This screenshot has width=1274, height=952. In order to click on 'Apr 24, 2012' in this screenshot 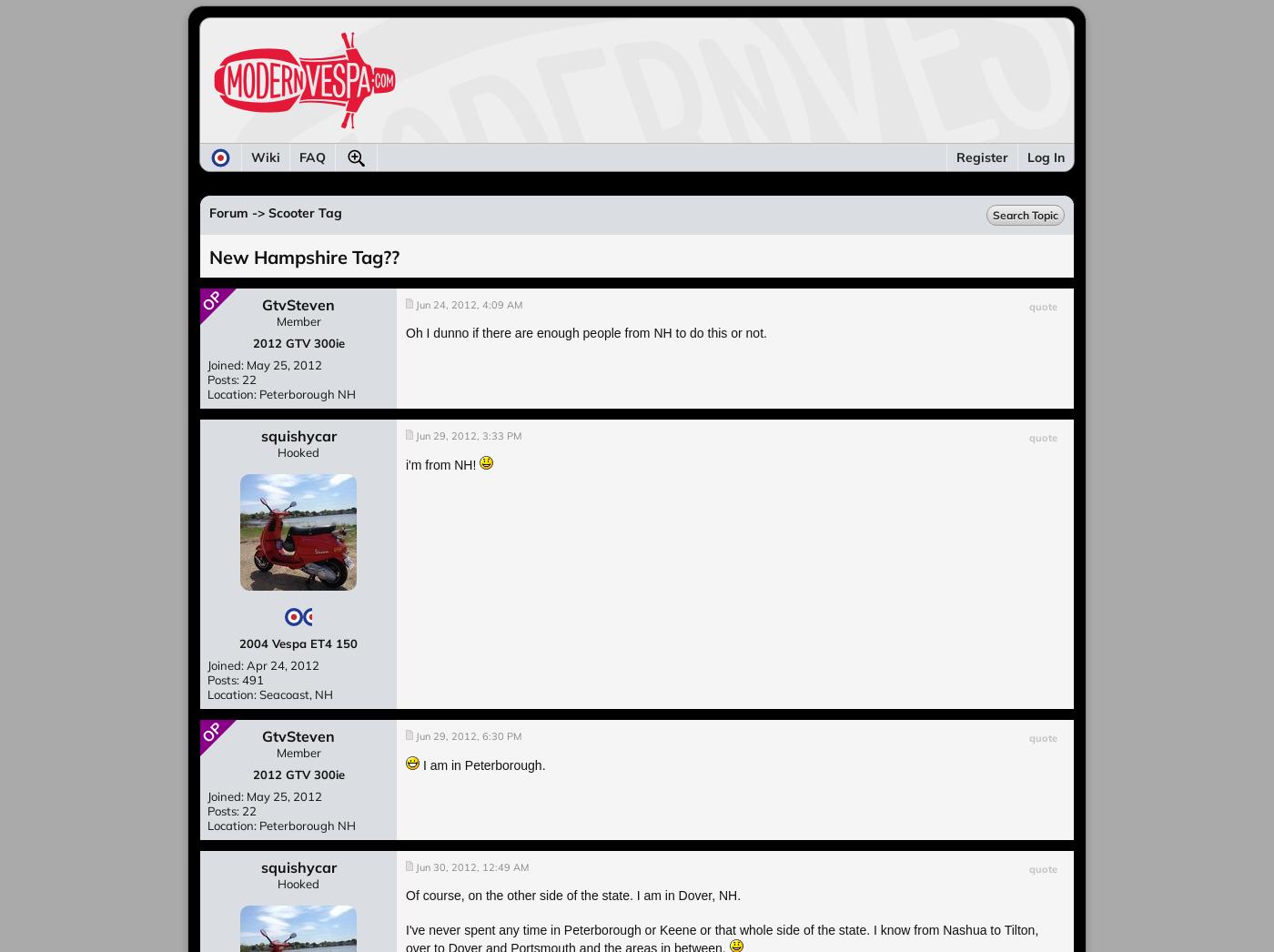, I will do `click(282, 665)`.